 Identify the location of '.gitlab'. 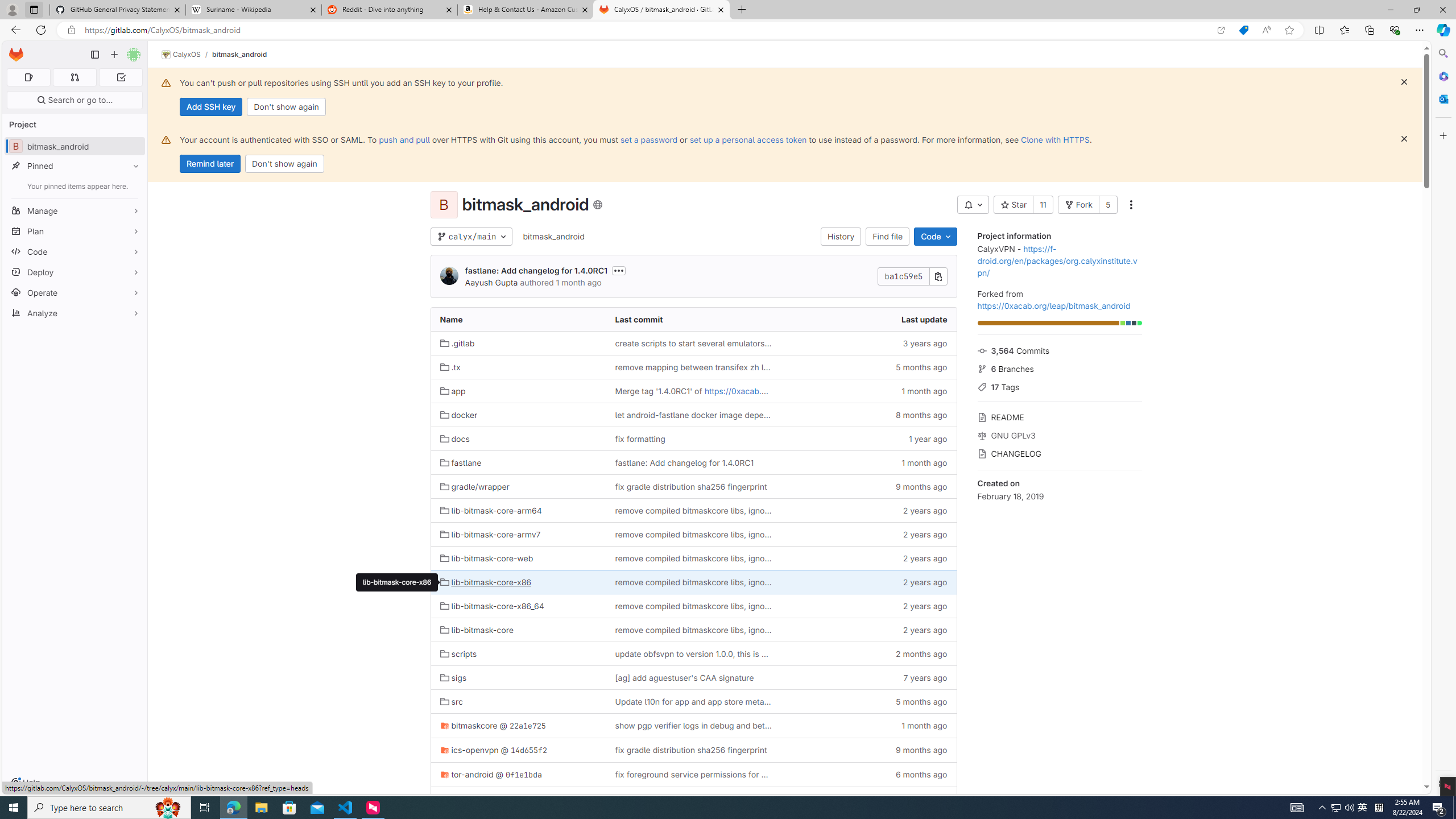
(457, 342).